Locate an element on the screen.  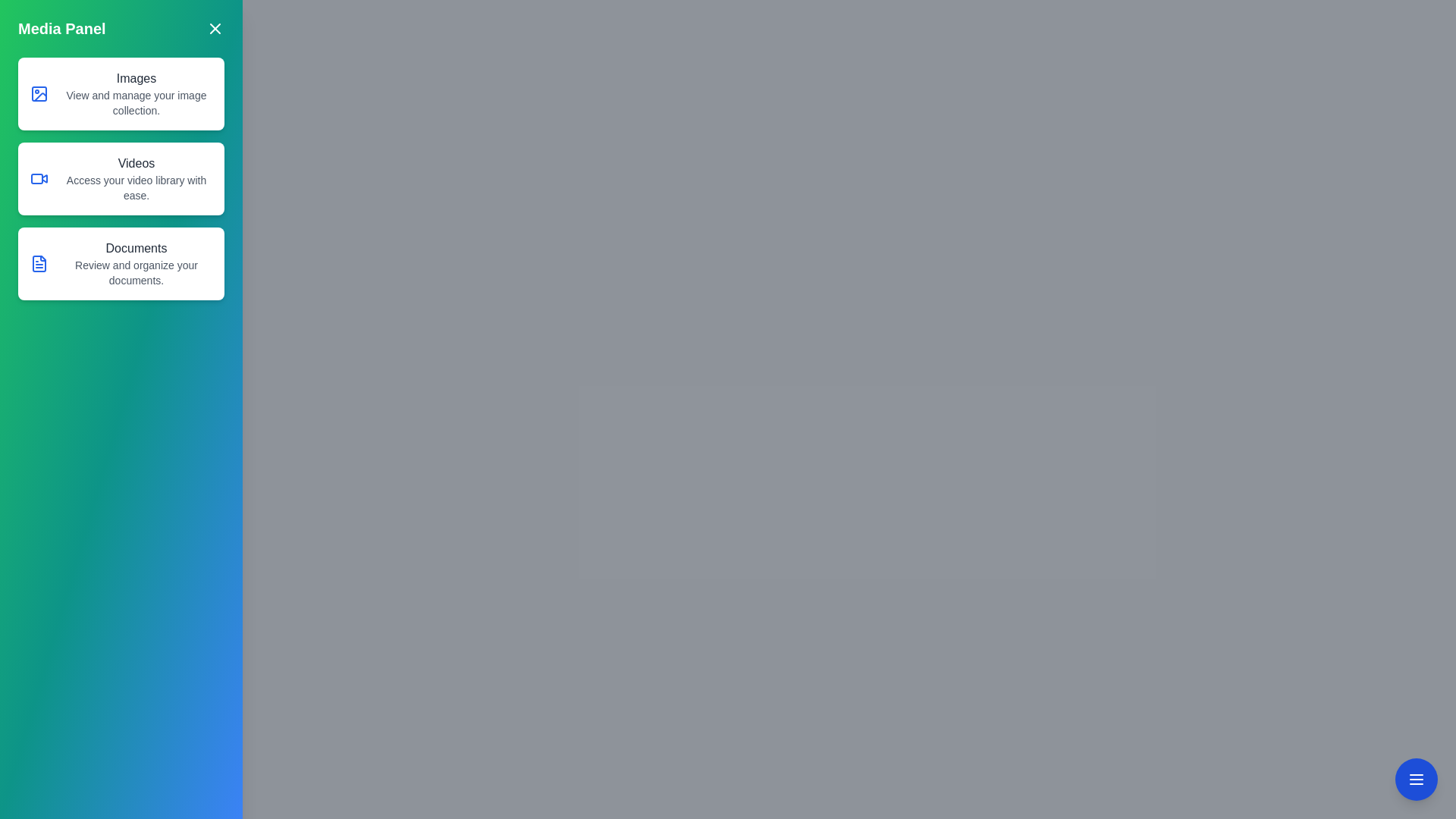
the close button in the top-right corner of the 'Media Panel' is located at coordinates (214, 29).